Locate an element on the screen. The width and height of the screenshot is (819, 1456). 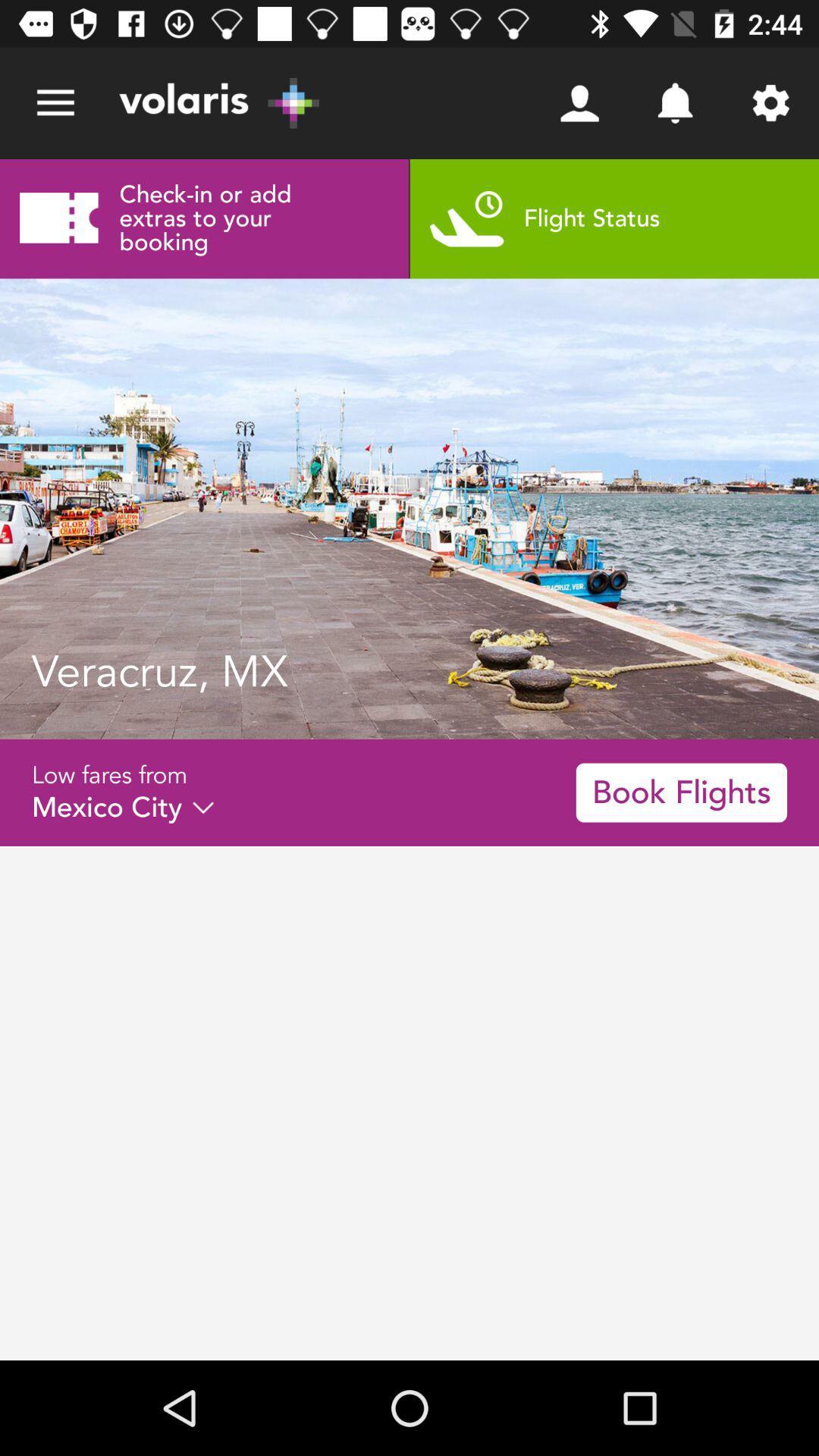
the icon which is at the left side of the text flight status is located at coordinates (466, 218).